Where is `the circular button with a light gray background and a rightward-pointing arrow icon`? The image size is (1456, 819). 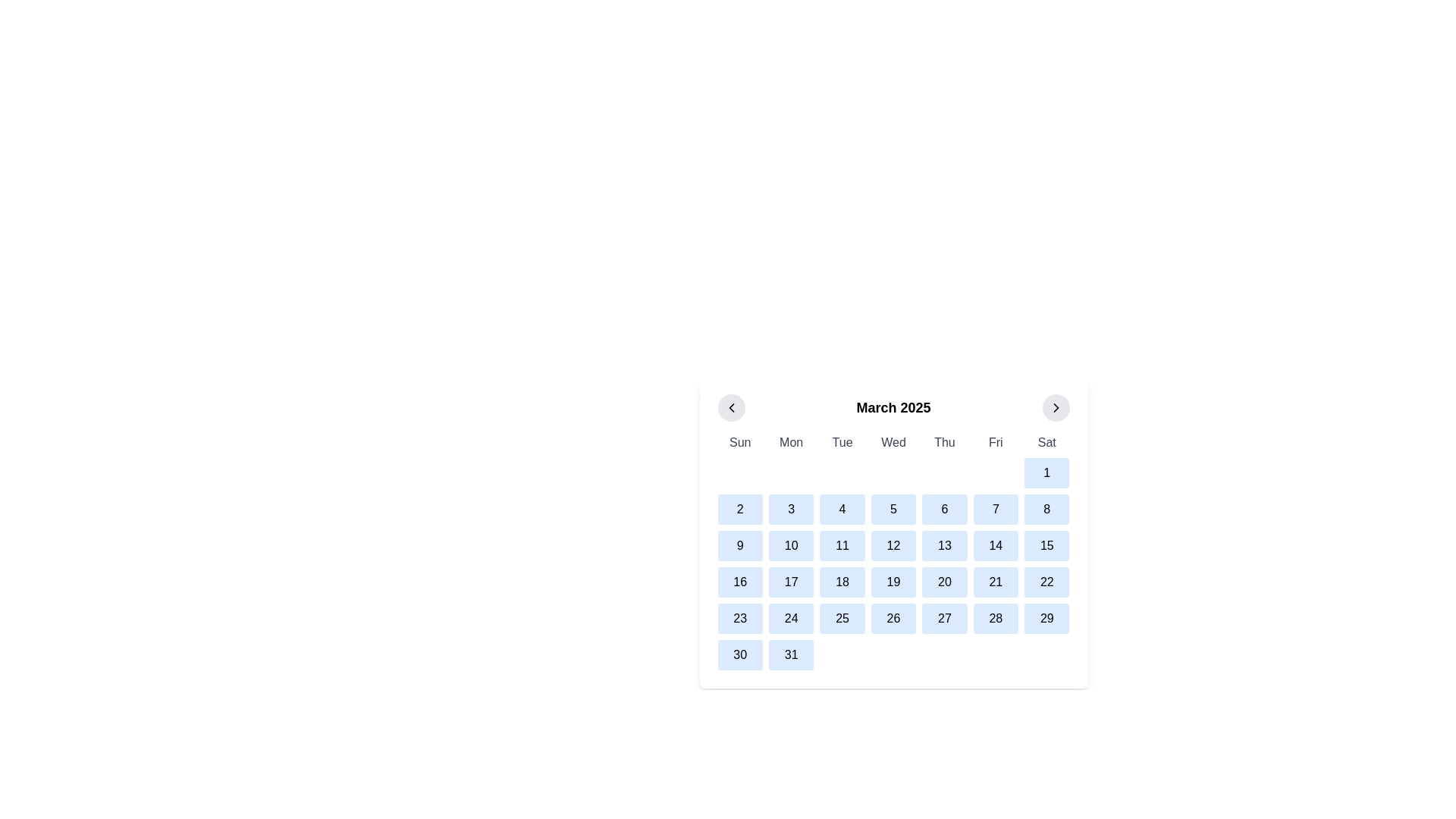
the circular button with a light gray background and a rightward-pointing arrow icon is located at coordinates (1055, 406).